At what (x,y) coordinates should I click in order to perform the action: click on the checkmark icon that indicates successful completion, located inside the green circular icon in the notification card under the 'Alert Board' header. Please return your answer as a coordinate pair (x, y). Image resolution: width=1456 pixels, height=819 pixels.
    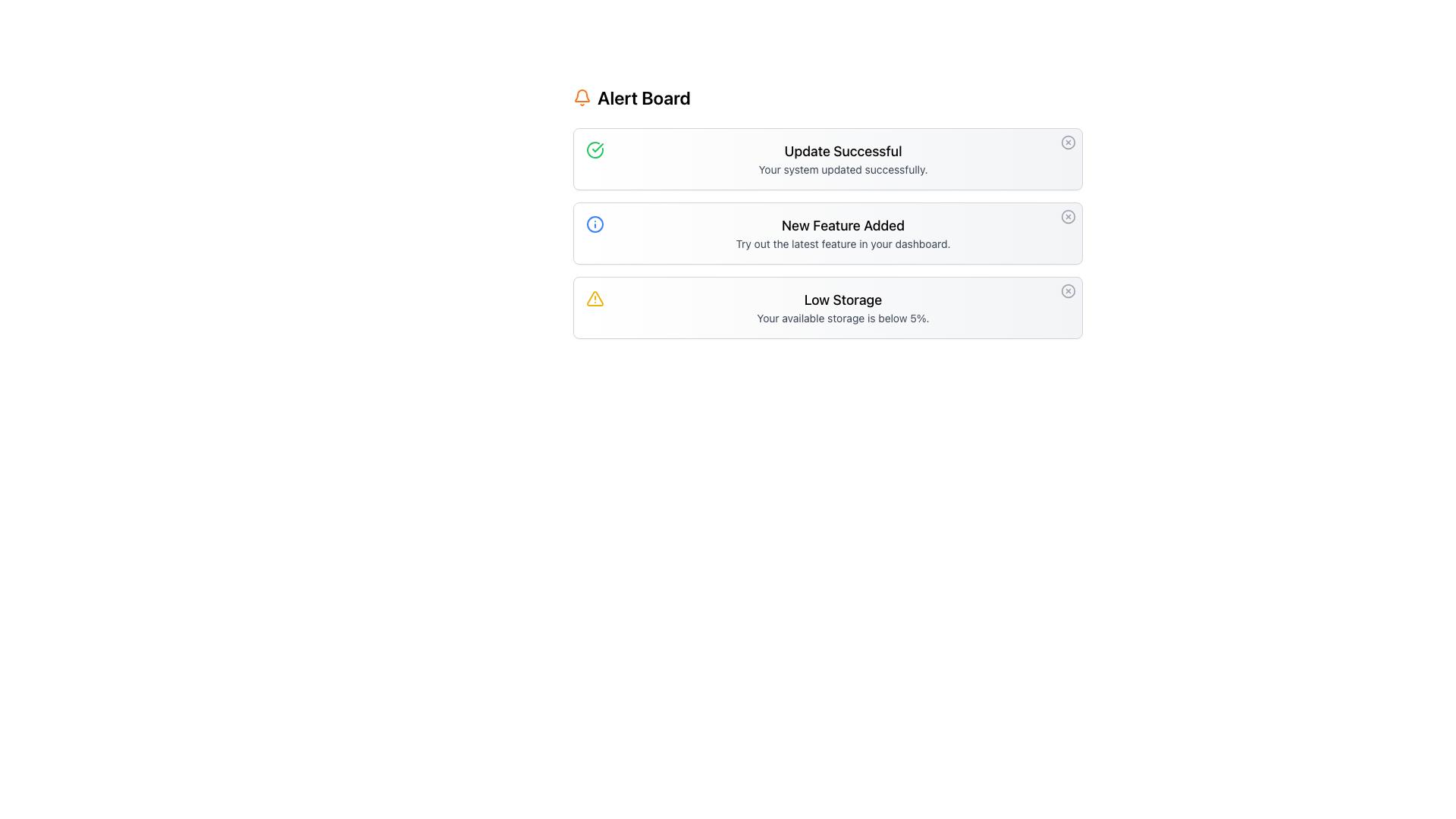
    Looking at the image, I should click on (597, 148).